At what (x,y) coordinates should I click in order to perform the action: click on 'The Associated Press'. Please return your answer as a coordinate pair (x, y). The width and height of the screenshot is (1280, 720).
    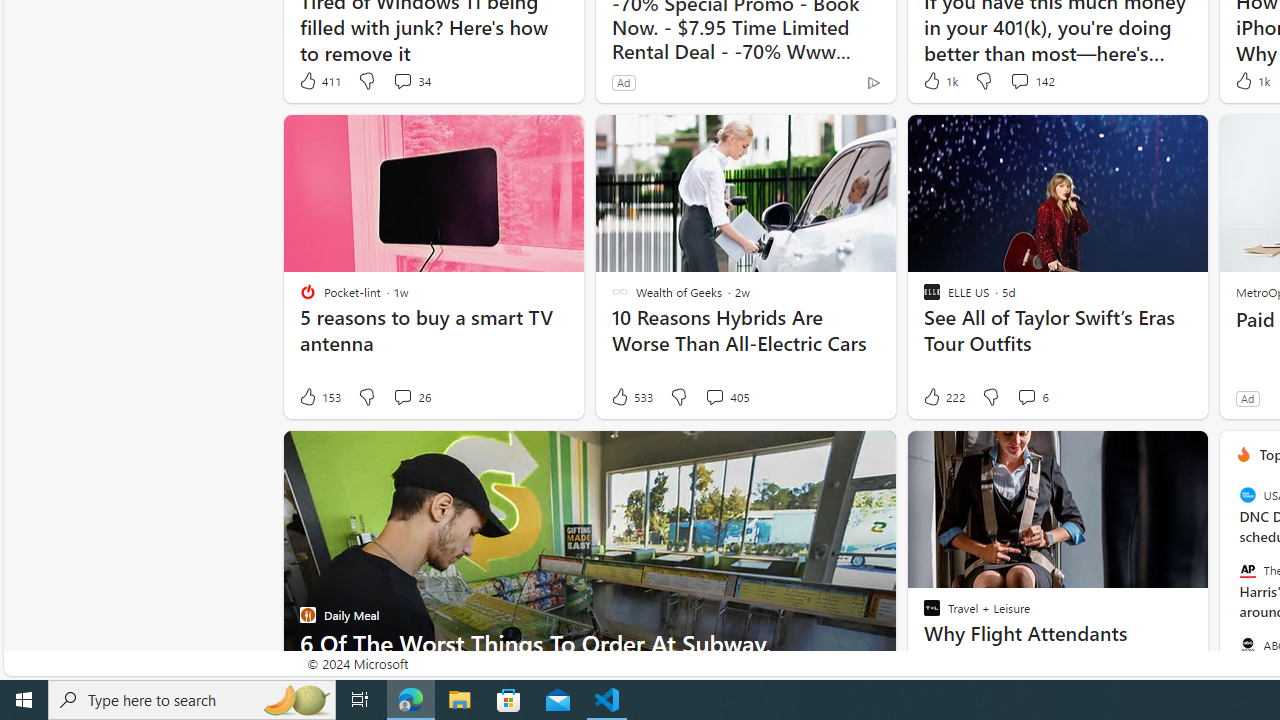
    Looking at the image, I should click on (1246, 570).